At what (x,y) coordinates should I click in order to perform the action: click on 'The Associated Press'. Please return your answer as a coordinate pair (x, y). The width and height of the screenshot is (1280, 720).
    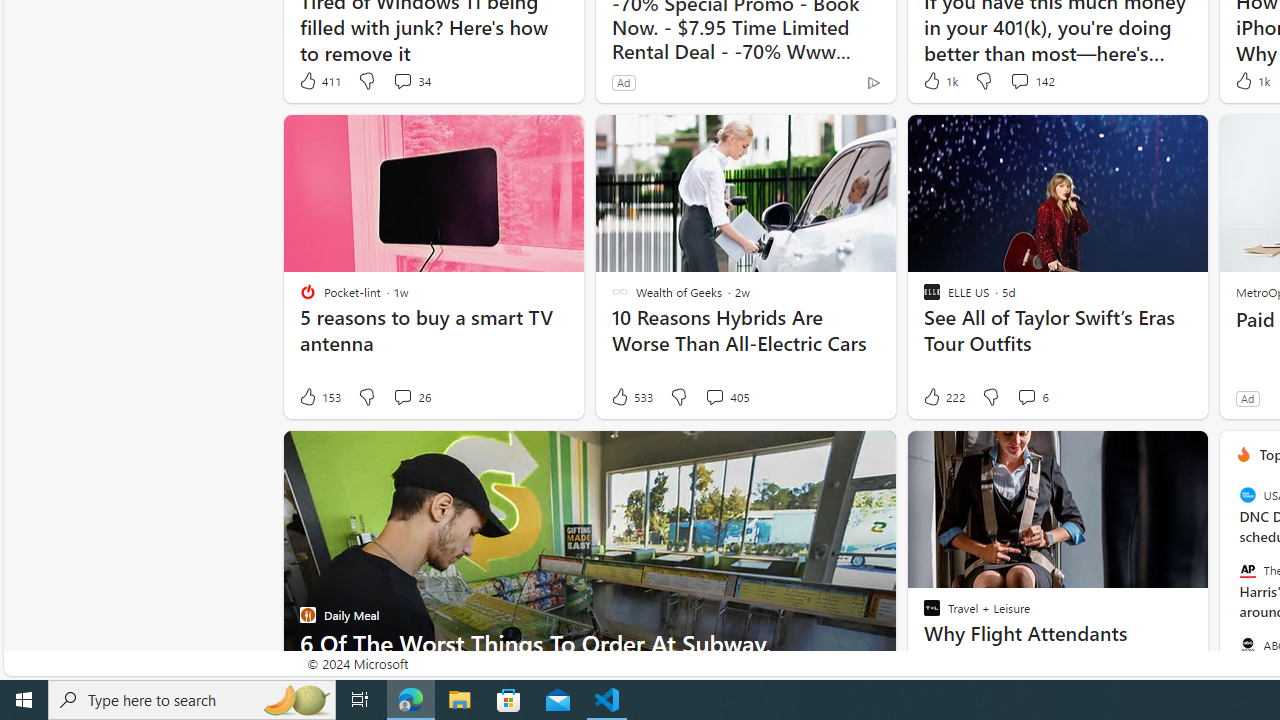
    Looking at the image, I should click on (1246, 570).